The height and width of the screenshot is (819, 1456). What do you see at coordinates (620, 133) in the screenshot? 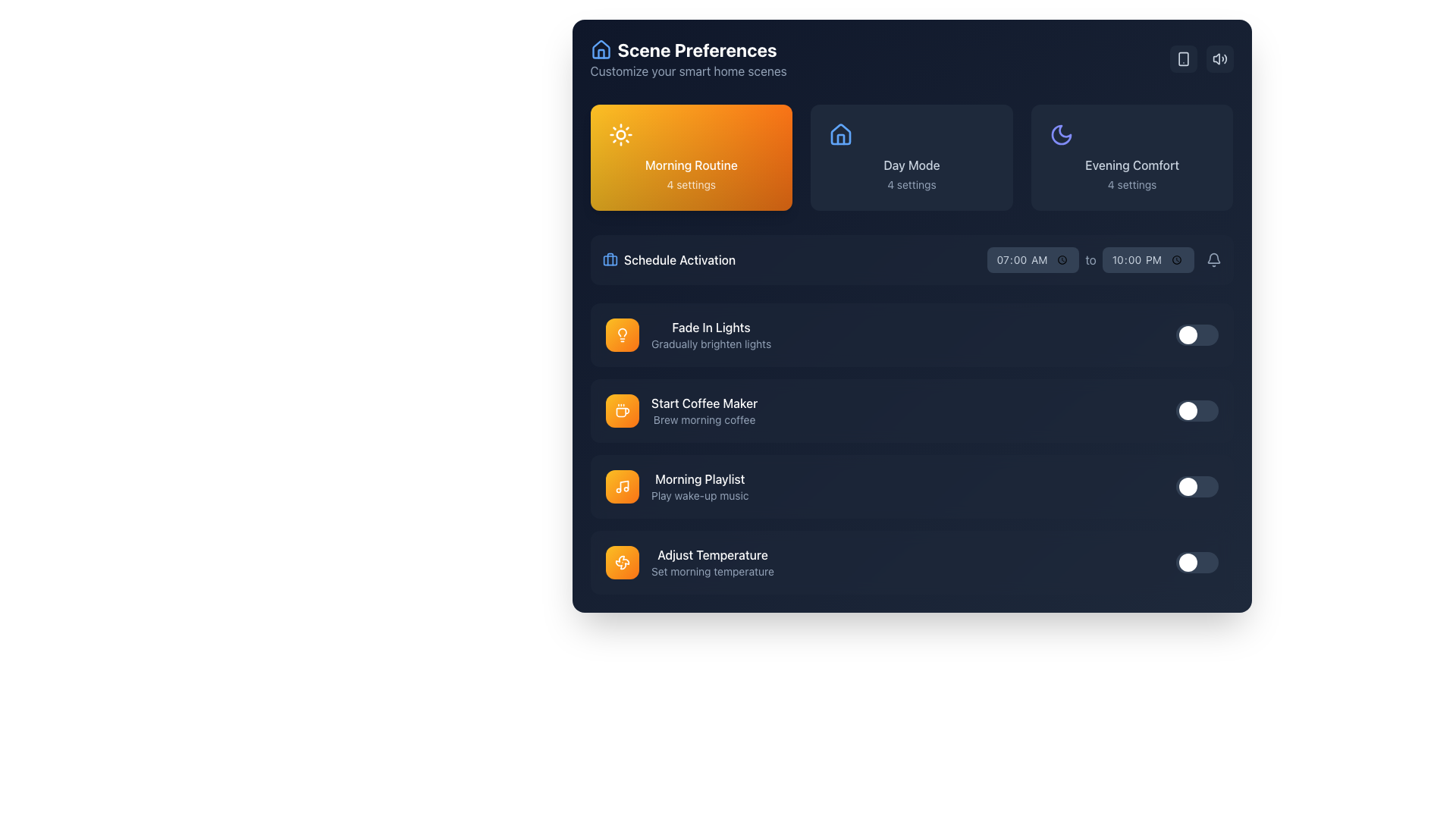
I see `the central part of the sun-like icon representing the 'Morning Routine' concept in the first card of the horizontal card display` at bounding box center [620, 133].